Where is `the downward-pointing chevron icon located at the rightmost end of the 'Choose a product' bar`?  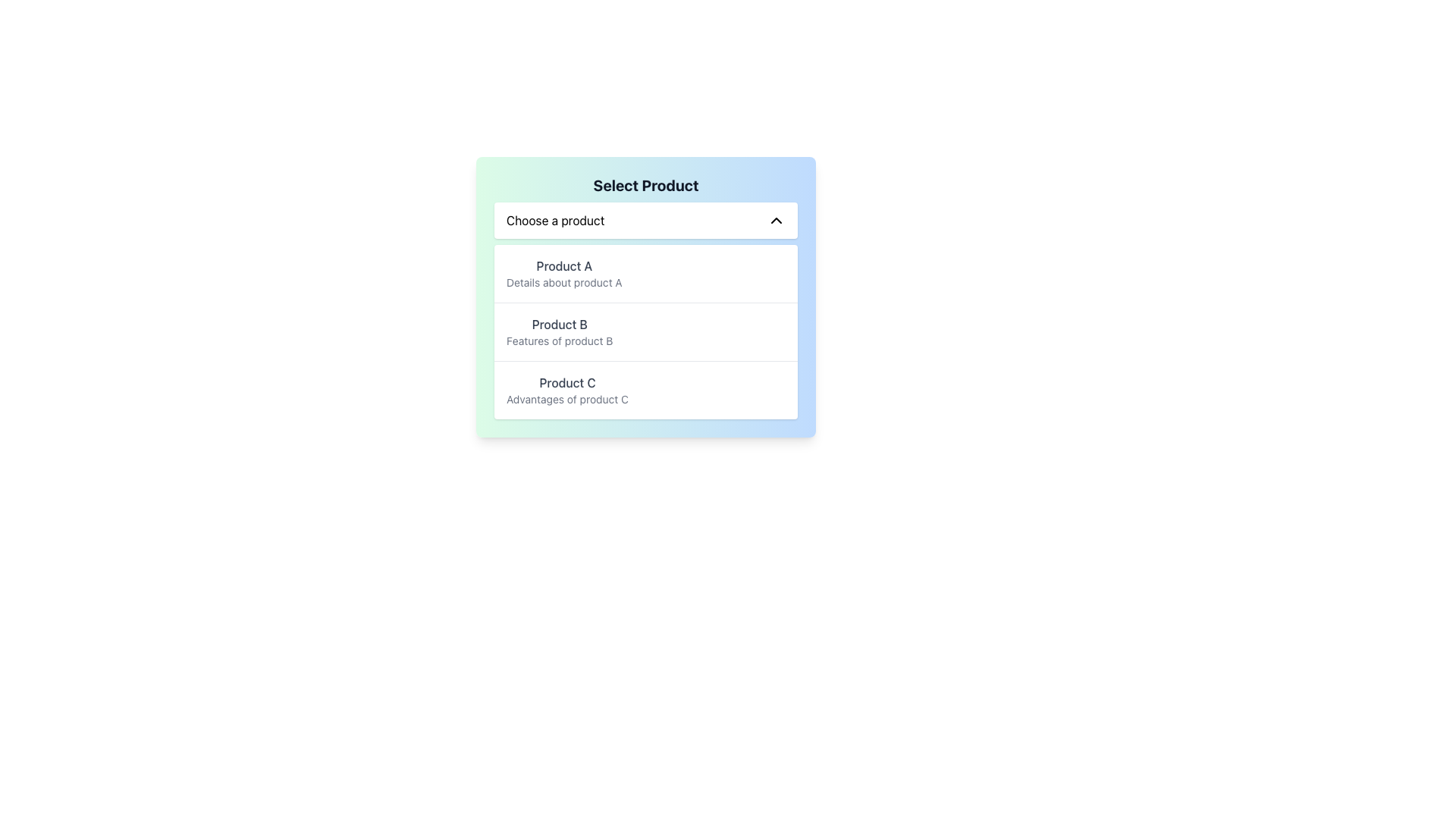 the downward-pointing chevron icon located at the rightmost end of the 'Choose a product' bar is located at coordinates (776, 220).